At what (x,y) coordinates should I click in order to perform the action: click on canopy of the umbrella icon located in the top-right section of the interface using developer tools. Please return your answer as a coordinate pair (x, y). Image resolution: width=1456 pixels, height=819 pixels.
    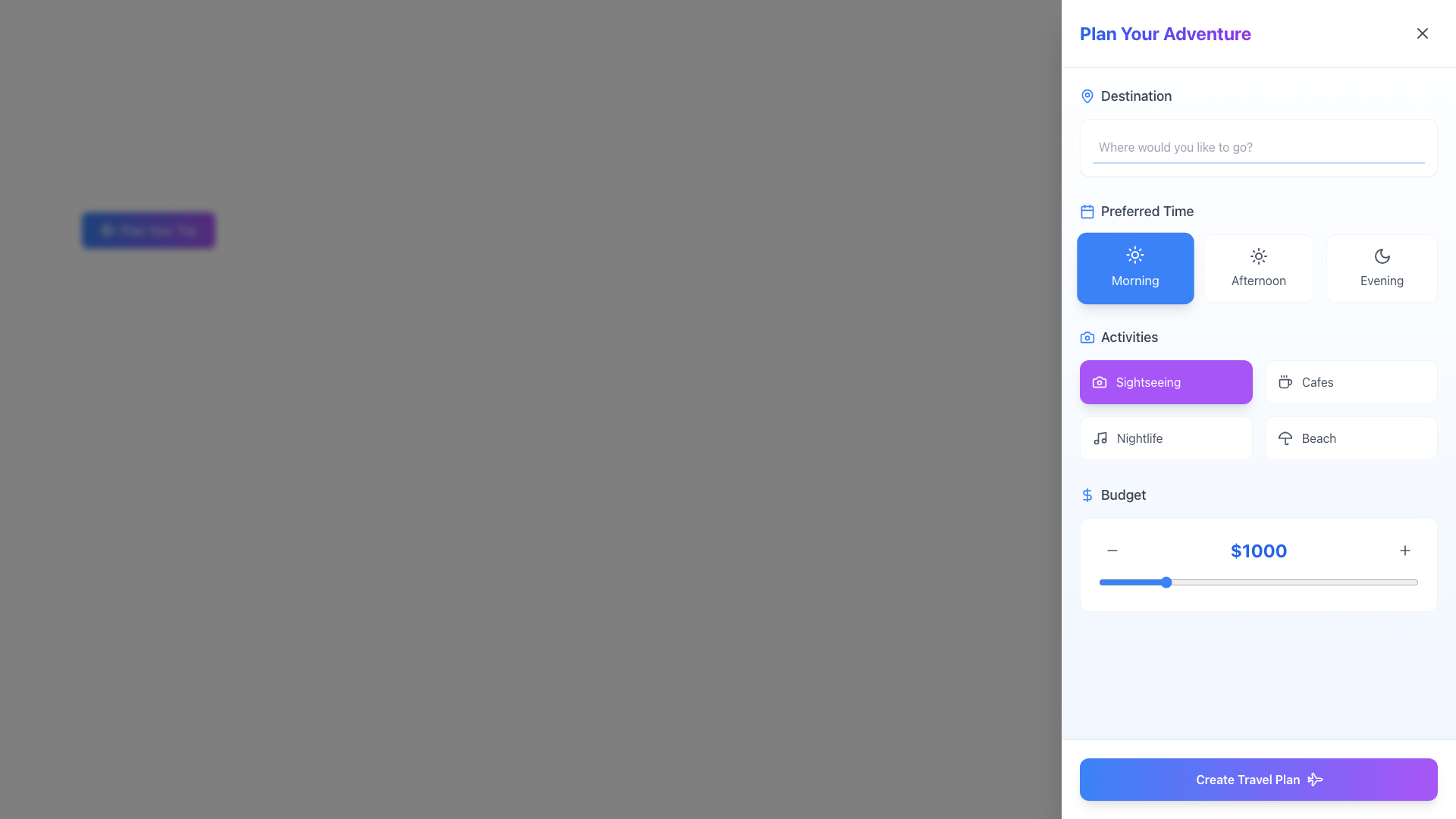
    Looking at the image, I should click on (1284, 435).